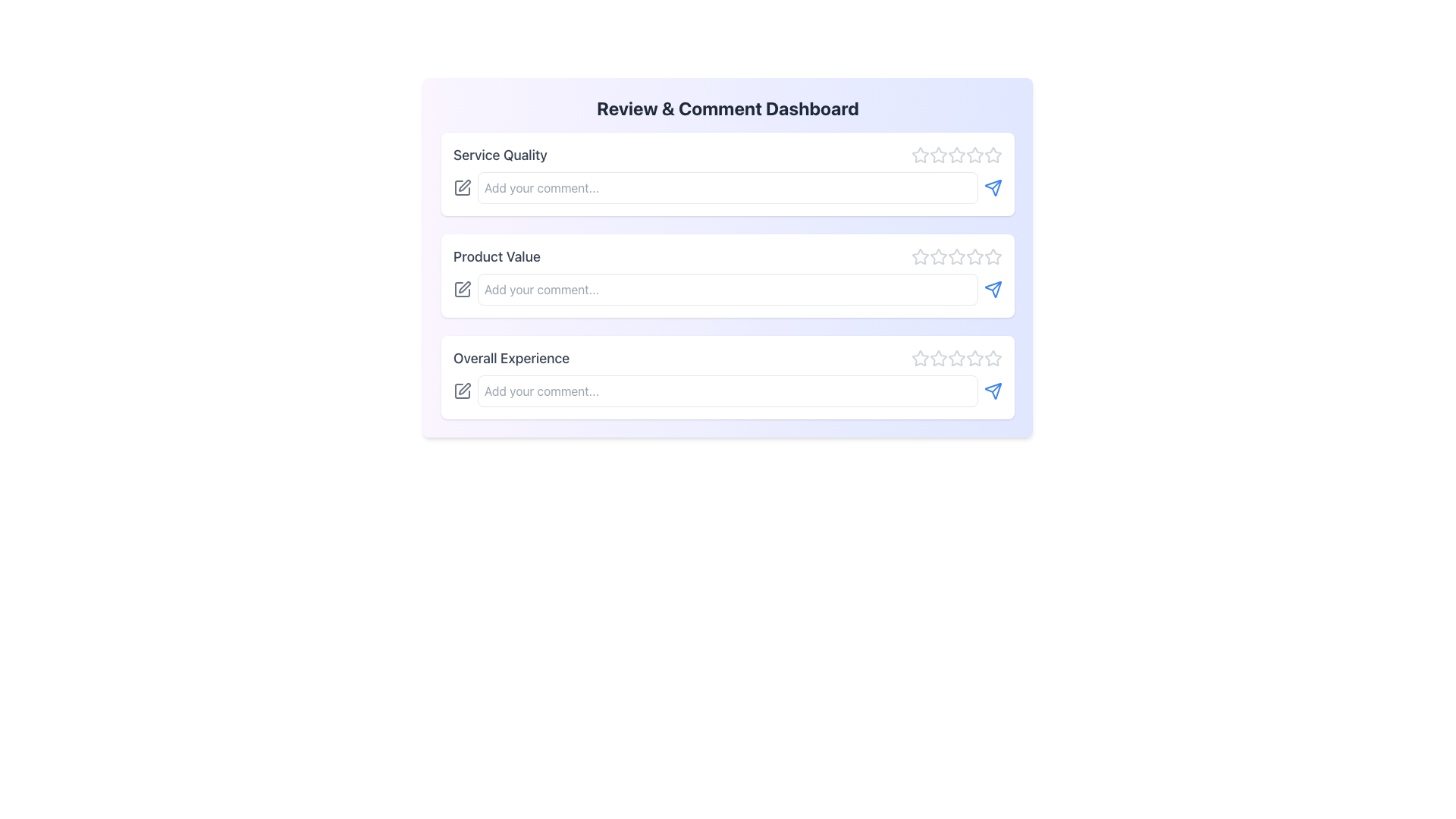  What do you see at coordinates (920, 358) in the screenshot?
I see `the first star icon in the rating system to rate the 'Overall Experience'` at bounding box center [920, 358].